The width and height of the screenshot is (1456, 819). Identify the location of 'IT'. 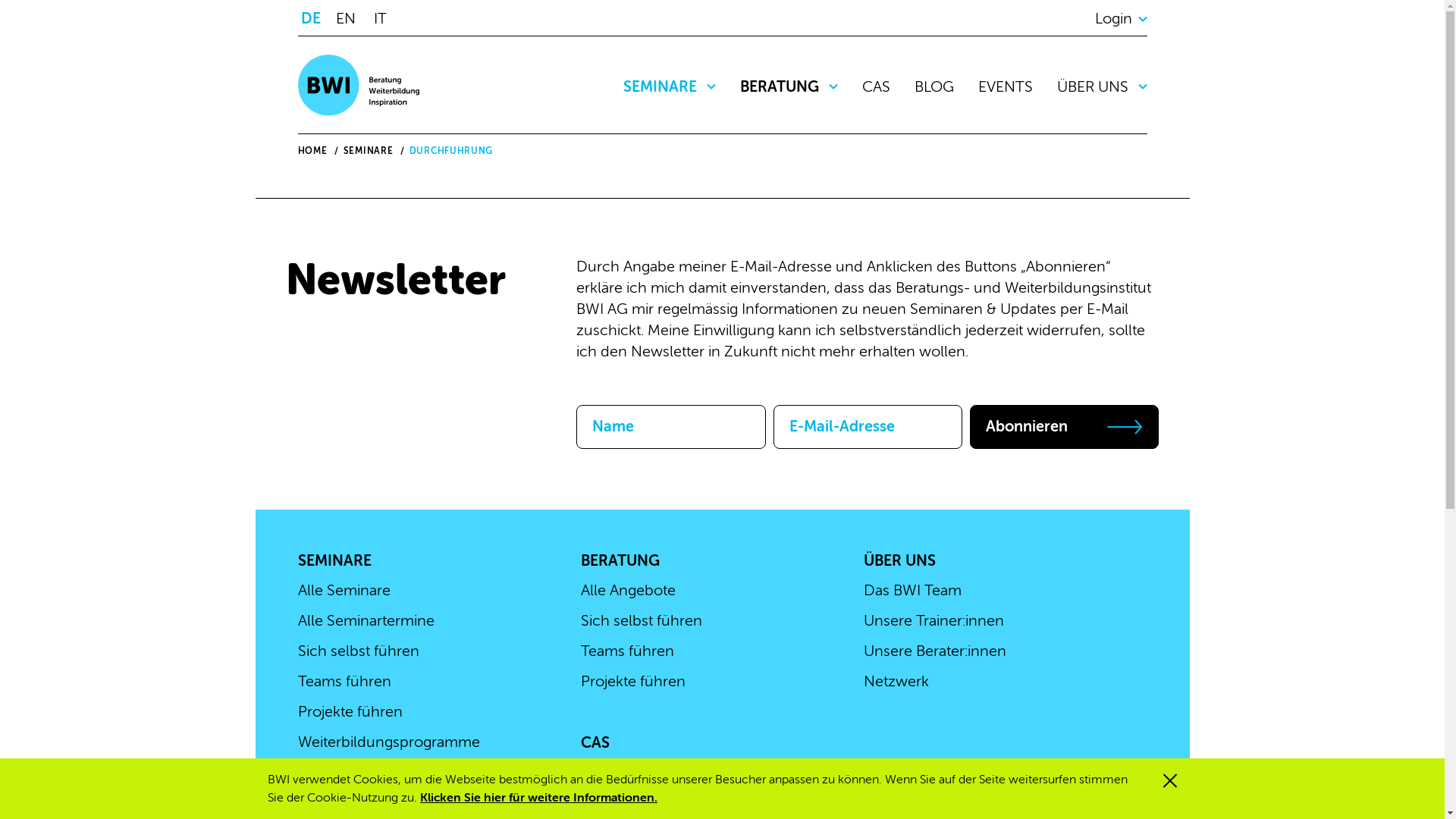
(384, 17).